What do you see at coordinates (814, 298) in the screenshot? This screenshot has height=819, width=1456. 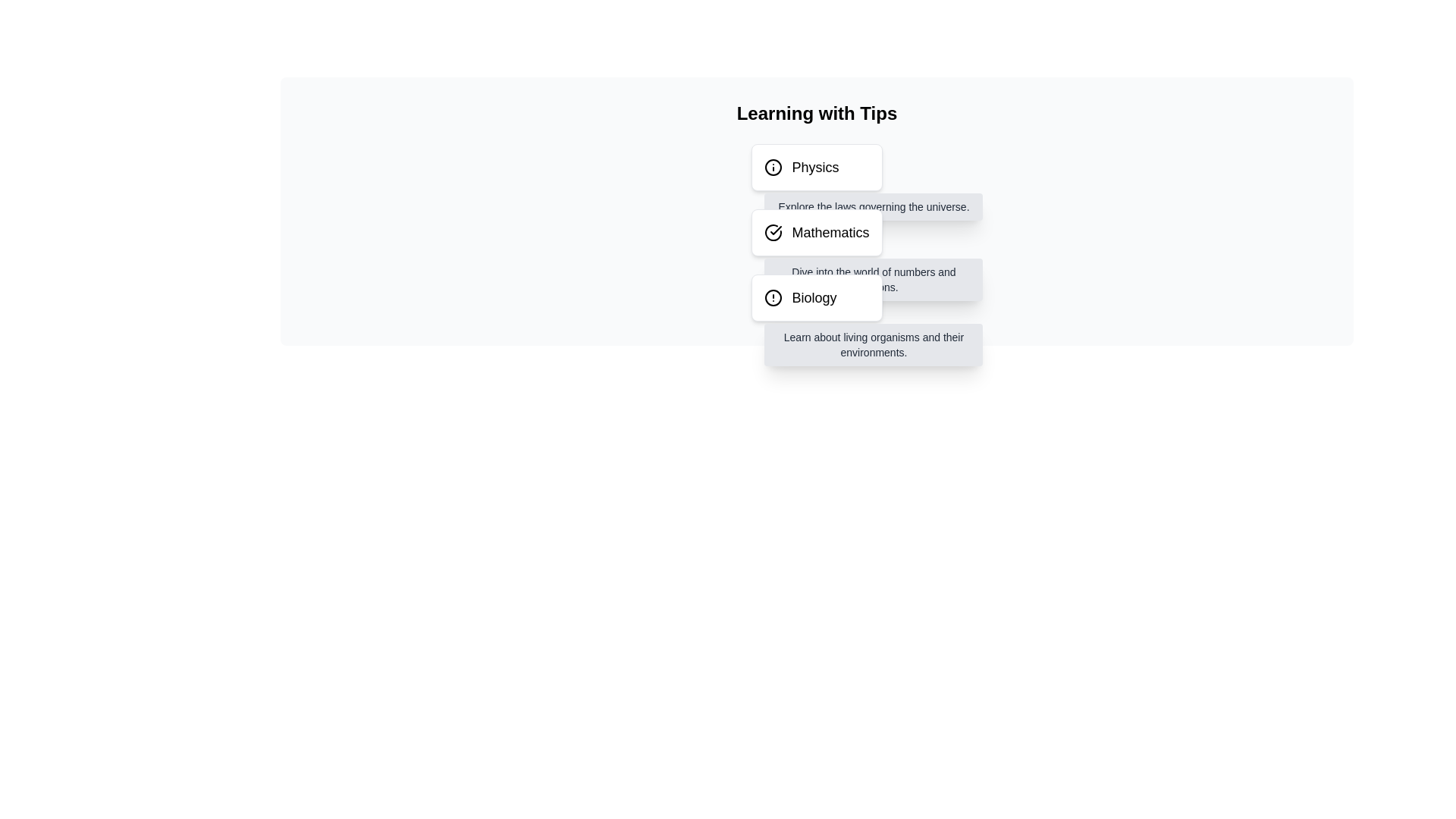 I see `the static text element labeled 'Biology' located in the third grouping under the header 'Learning with Tips', which is associated with a circular icon with an exclamation mark` at bounding box center [814, 298].